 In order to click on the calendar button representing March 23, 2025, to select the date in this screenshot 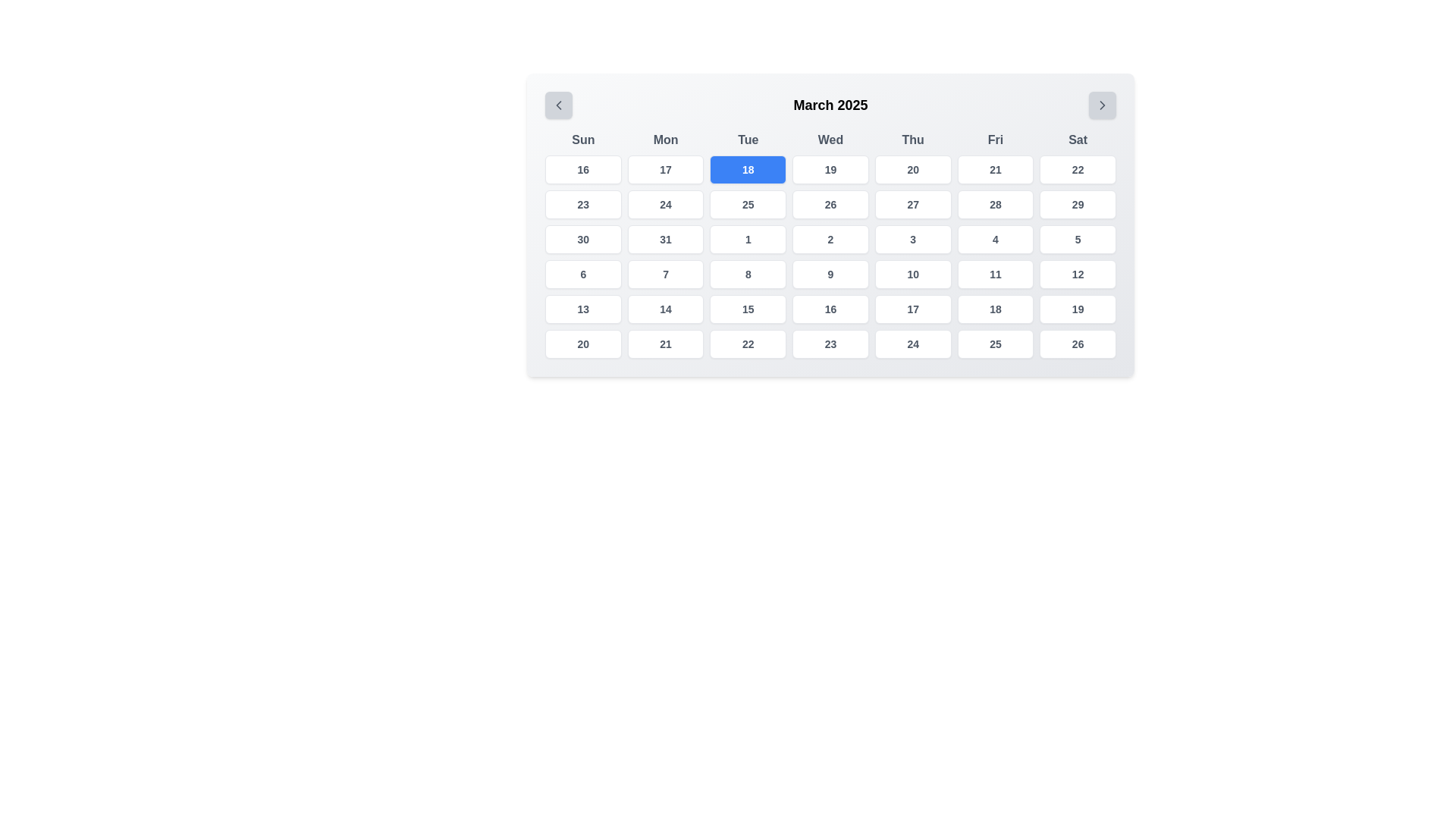, I will do `click(582, 205)`.